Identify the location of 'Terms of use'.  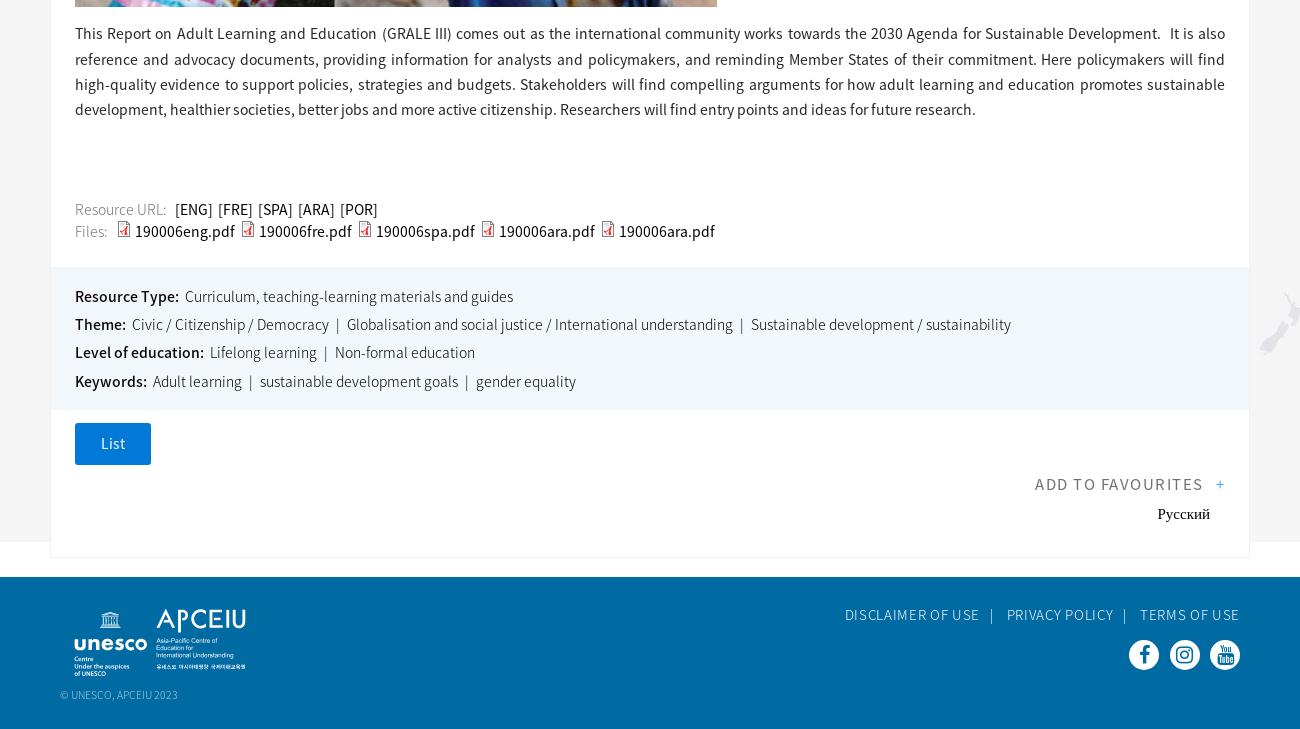
(1139, 613).